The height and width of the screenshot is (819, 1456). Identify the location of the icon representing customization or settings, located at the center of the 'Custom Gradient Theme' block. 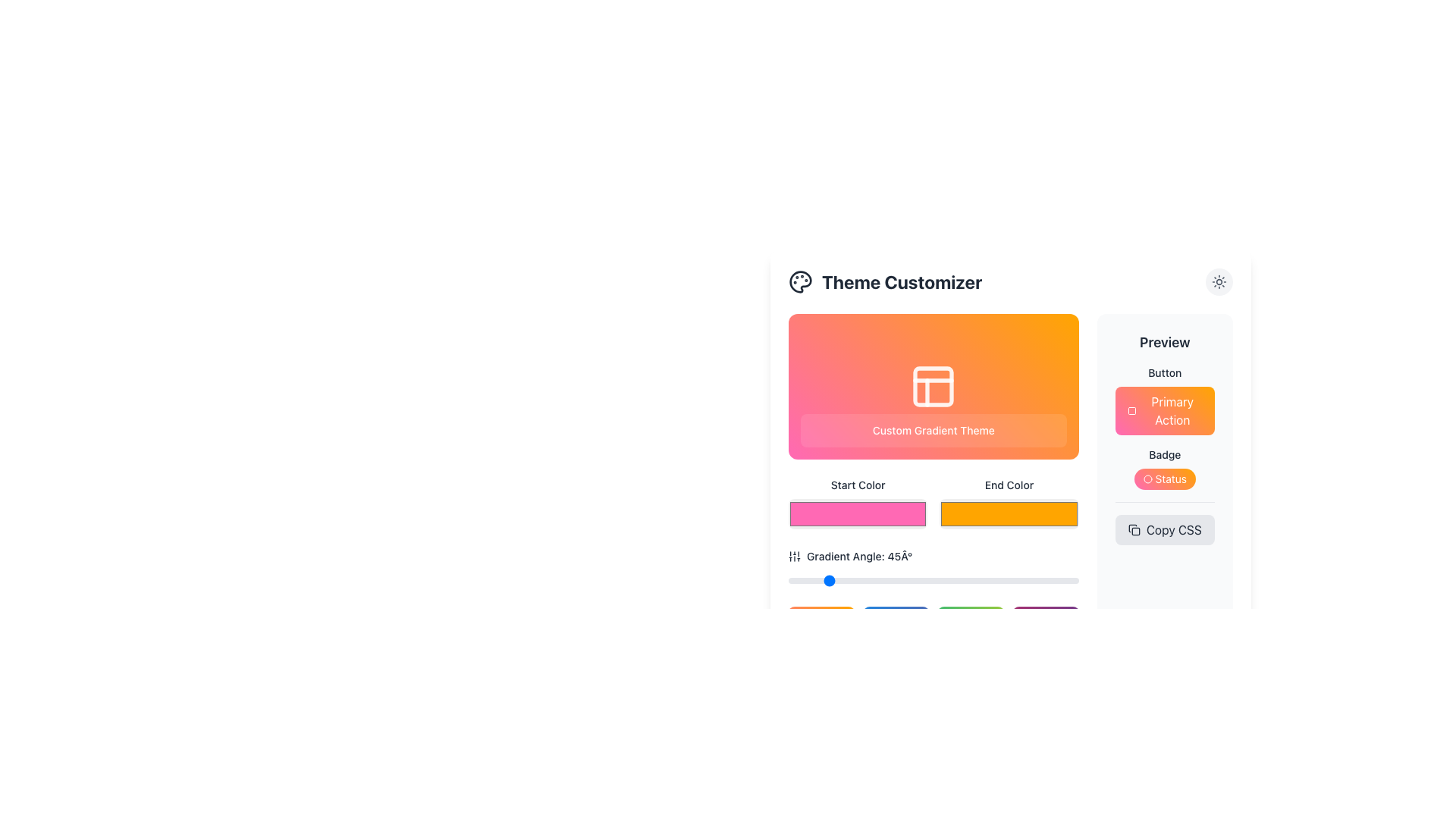
(933, 385).